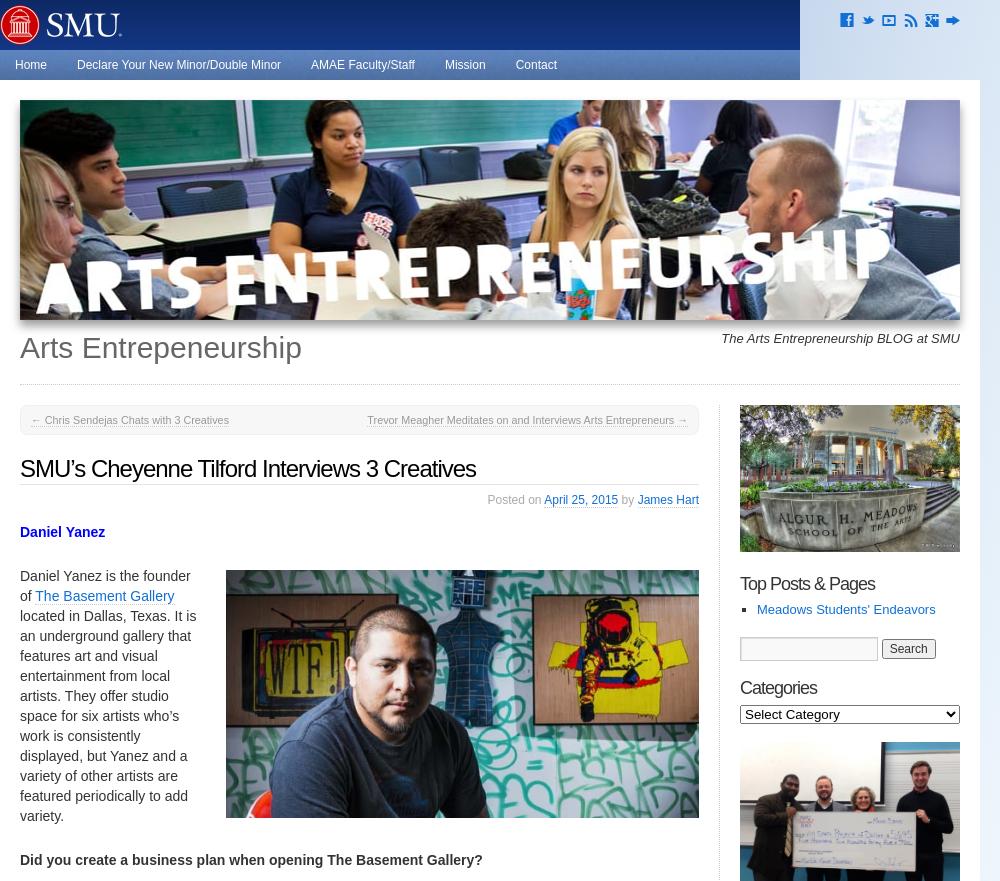  I want to click on 'Daniel Yanez is the founder of', so click(104, 586).